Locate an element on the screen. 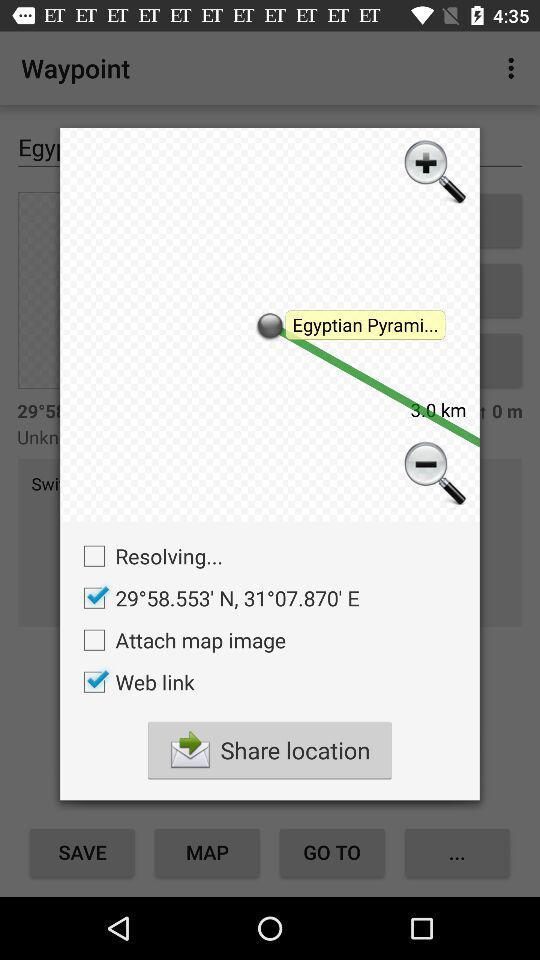  the resolving... is located at coordinates (147, 556).